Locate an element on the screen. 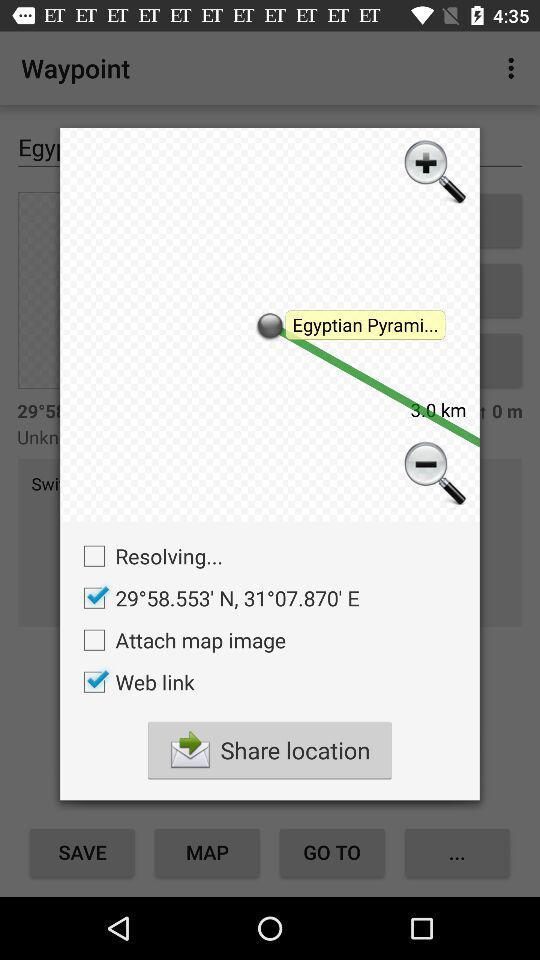  the resolving... is located at coordinates (147, 556).